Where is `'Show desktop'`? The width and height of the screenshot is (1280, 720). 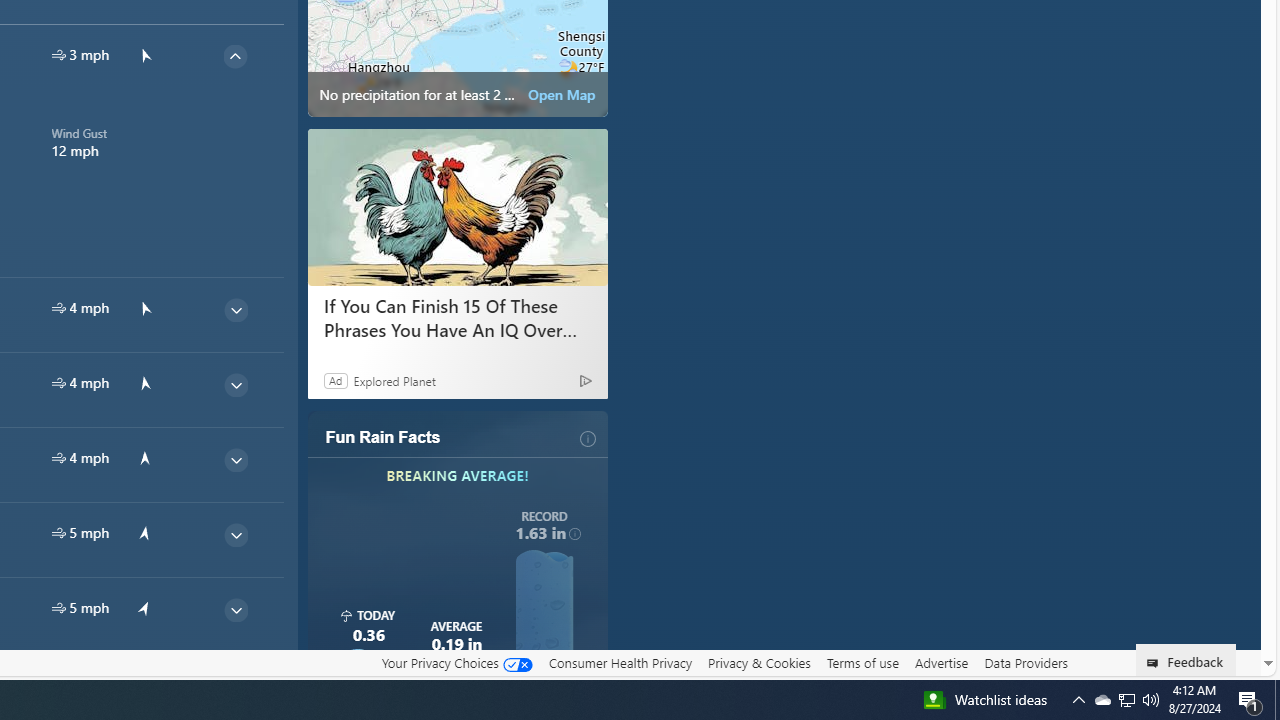 'Show desktop' is located at coordinates (1276, 698).